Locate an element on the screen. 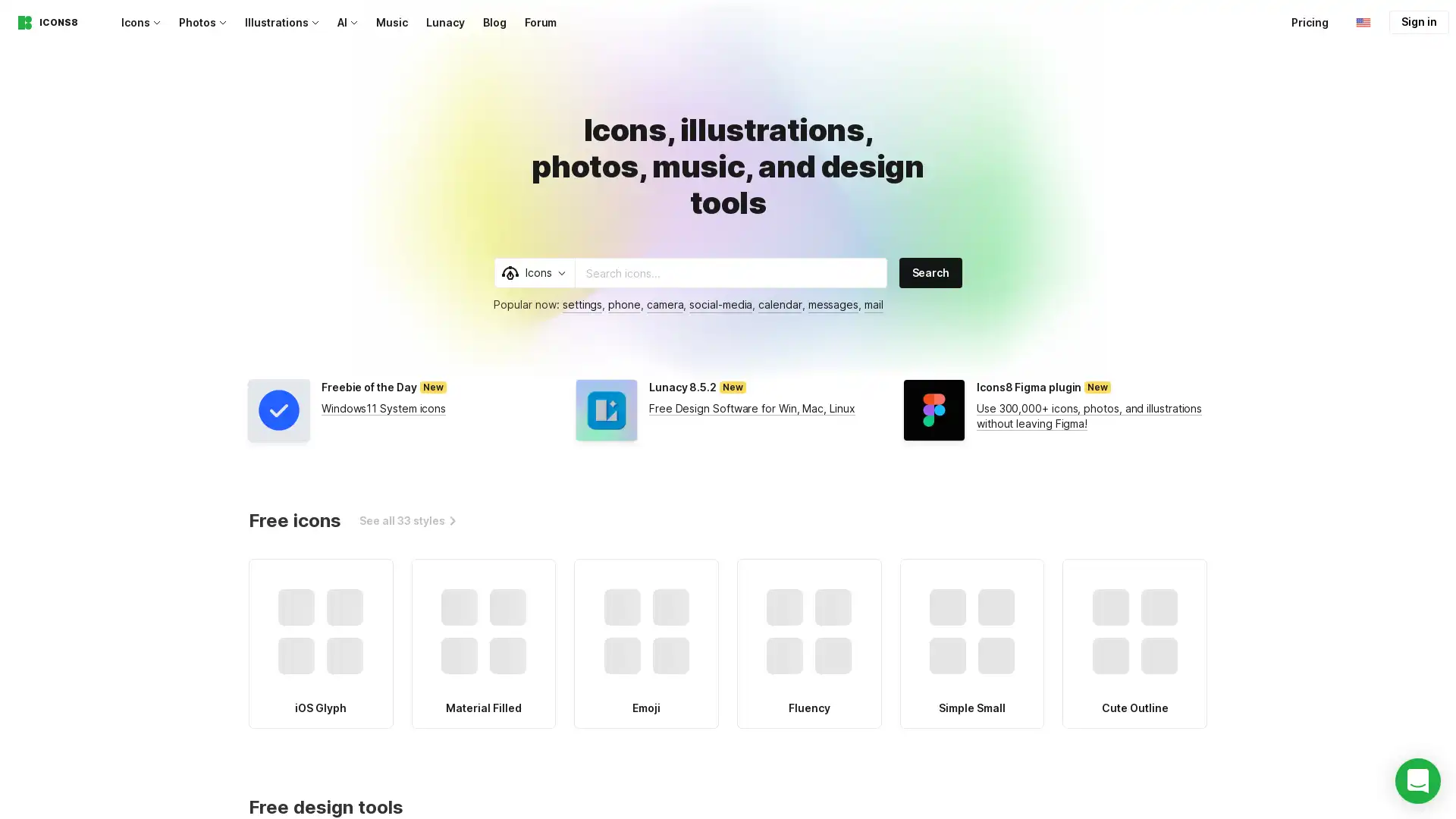 This screenshot has height=819, width=1456. Open chat with support is located at coordinates (1417, 780).